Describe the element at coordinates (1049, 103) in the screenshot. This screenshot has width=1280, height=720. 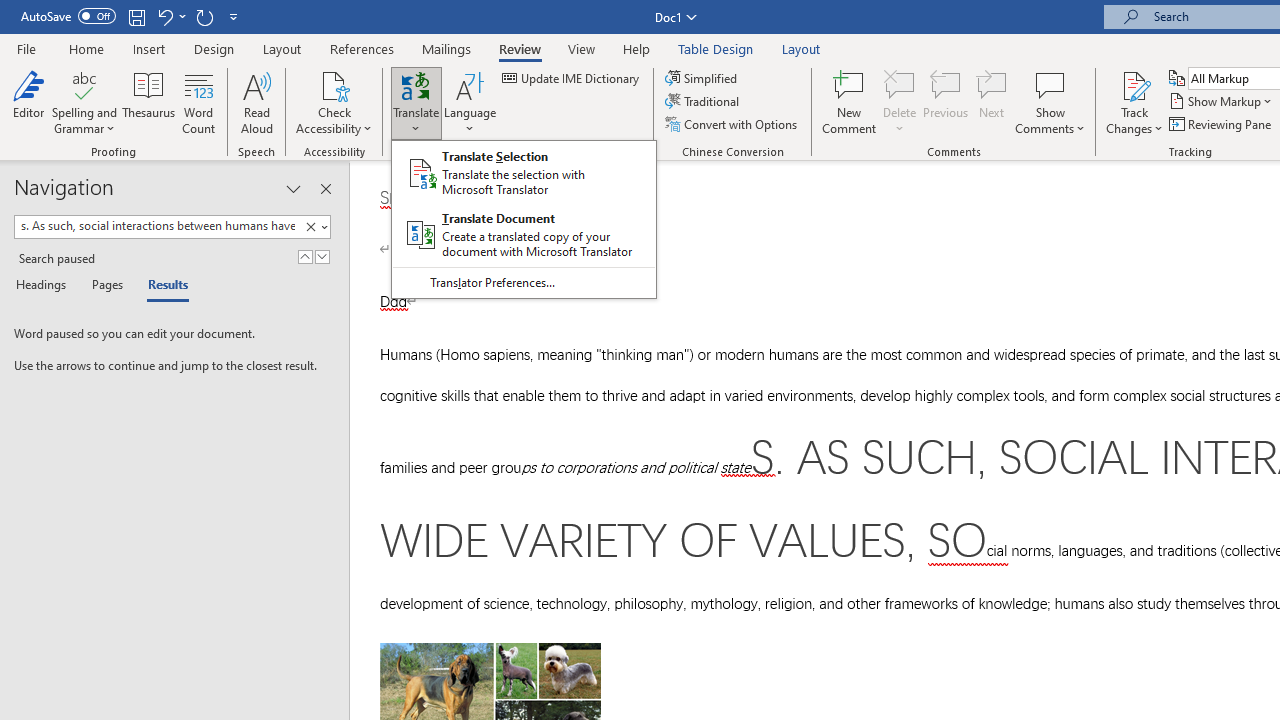
I see `'Show Comments'` at that location.